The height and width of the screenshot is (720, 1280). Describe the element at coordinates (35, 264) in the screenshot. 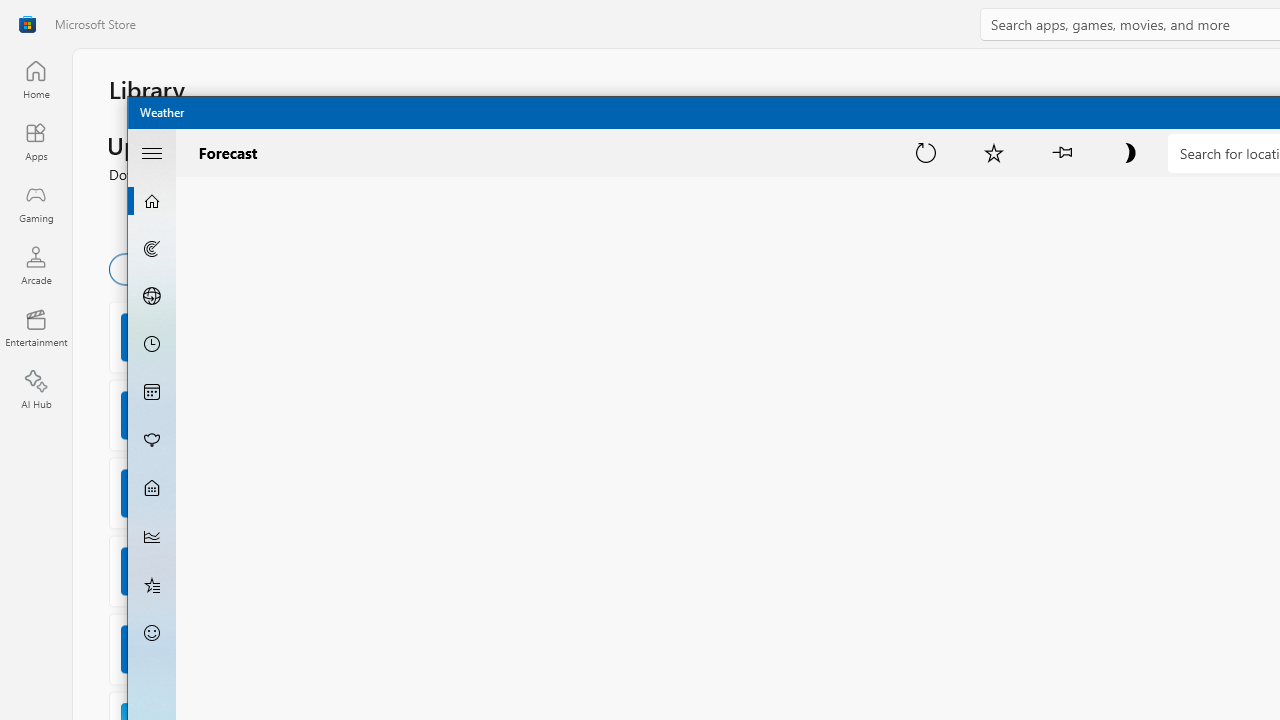

I see `'Arcade'` at that location.